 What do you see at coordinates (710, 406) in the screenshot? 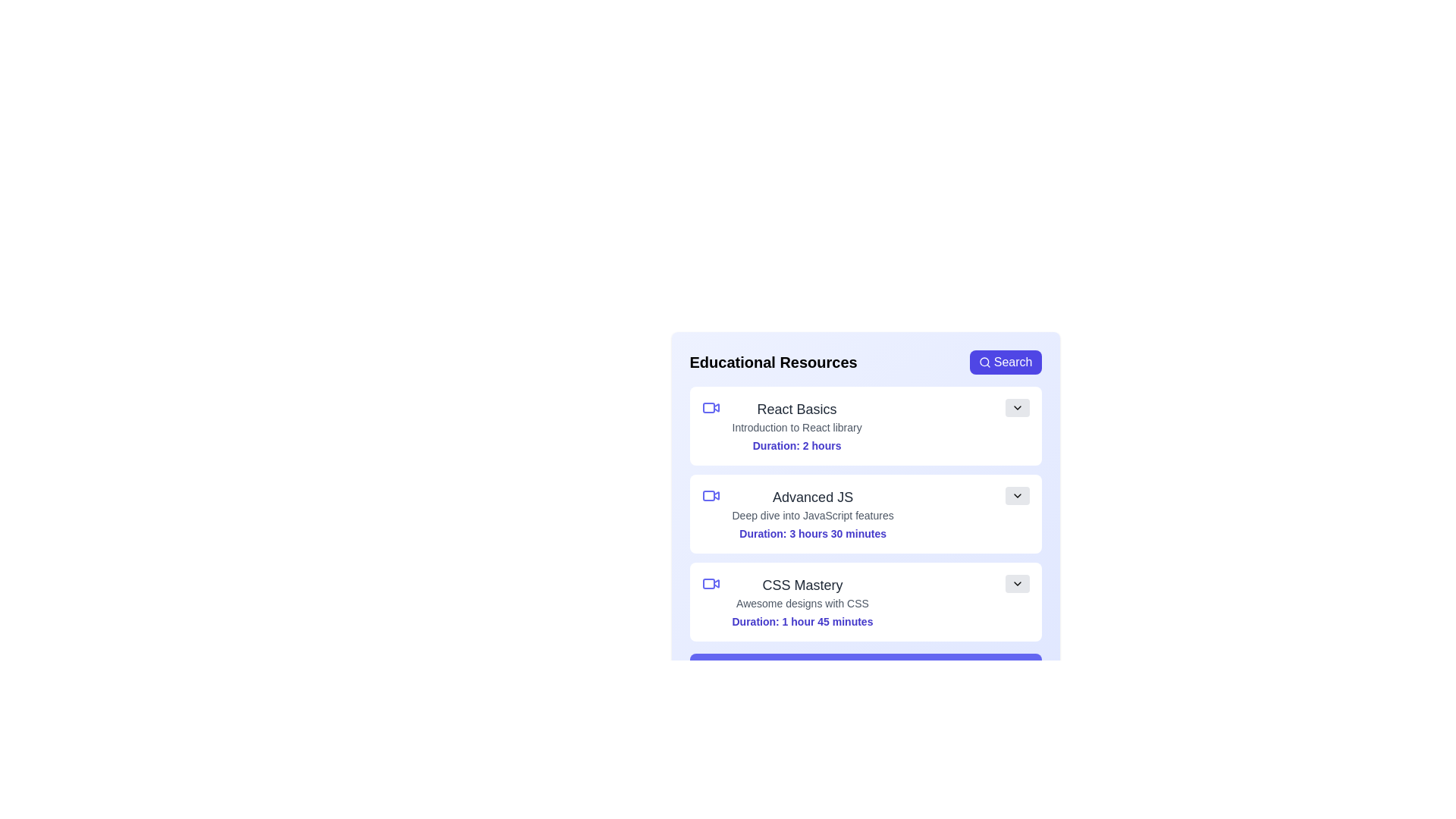
I see `the video icon of the resource titled React Basics` at bounding box center [710, 406].